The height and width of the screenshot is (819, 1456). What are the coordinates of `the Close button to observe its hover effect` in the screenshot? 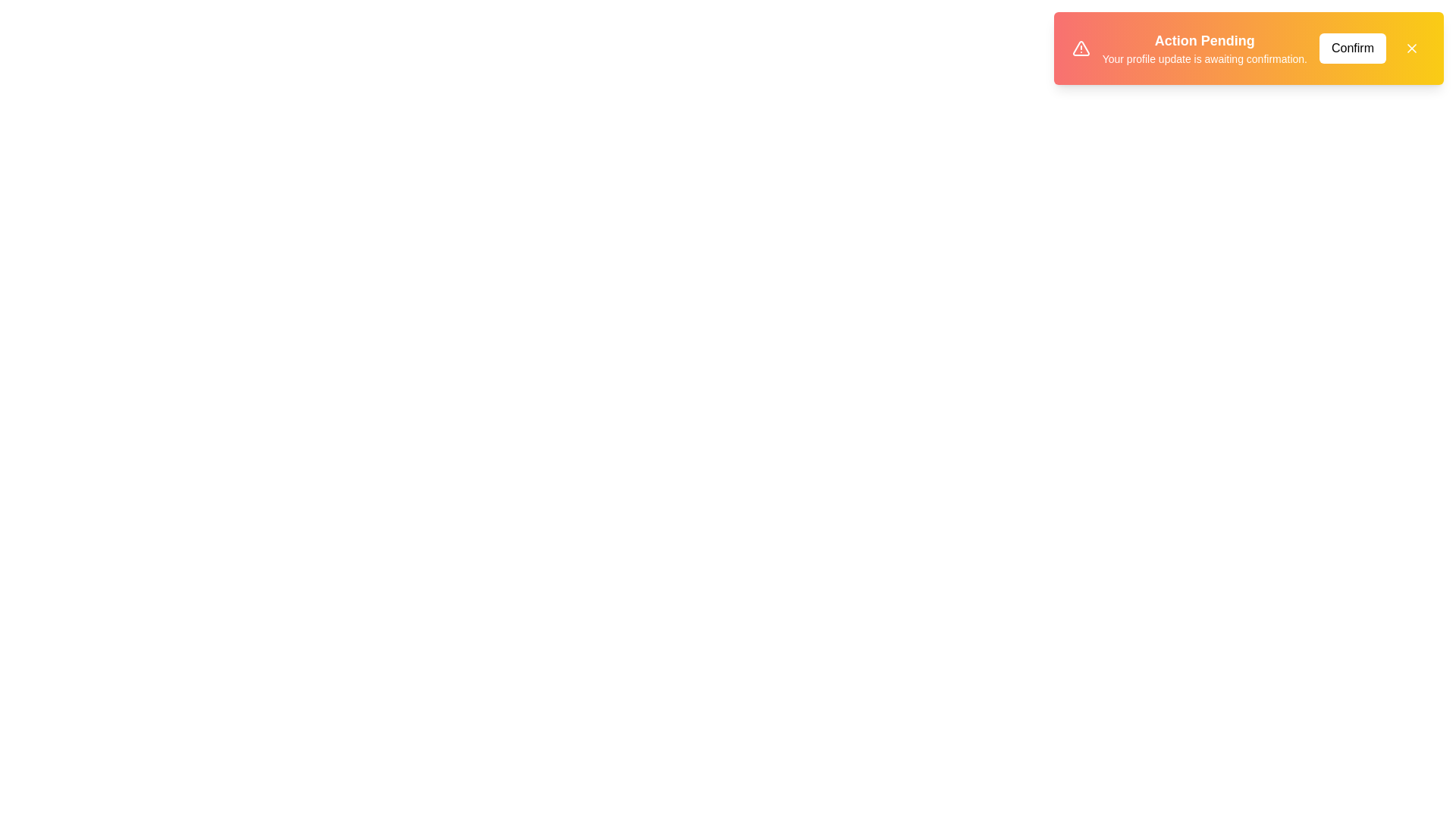 It's located at (1411, 48).